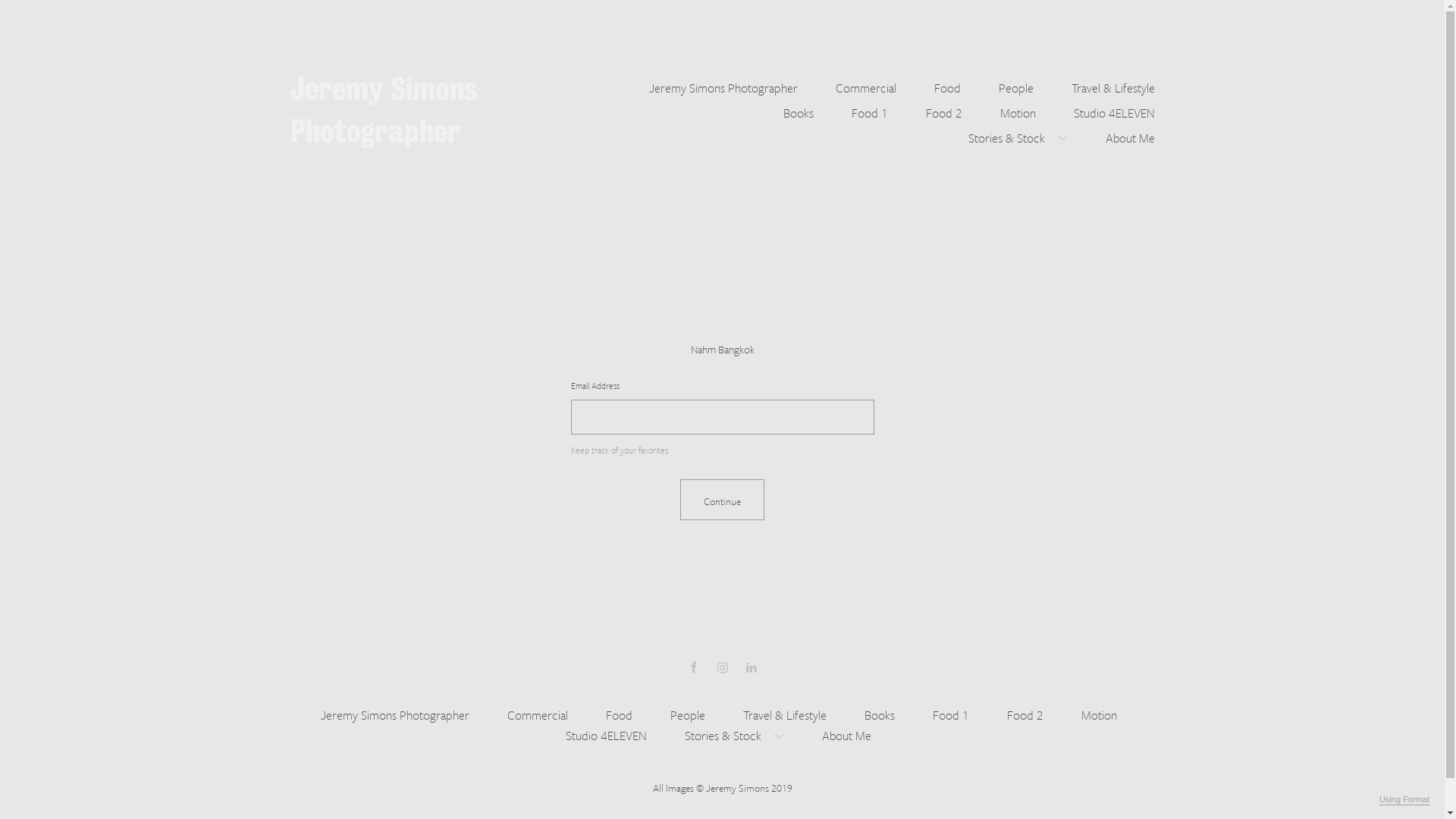 Image resolution: width=1456 pixels, height=819 pixels. What do you see at coordinates (721, 500) in the screenshot?
I see `'Continue'` at bounding box center [721, 500].